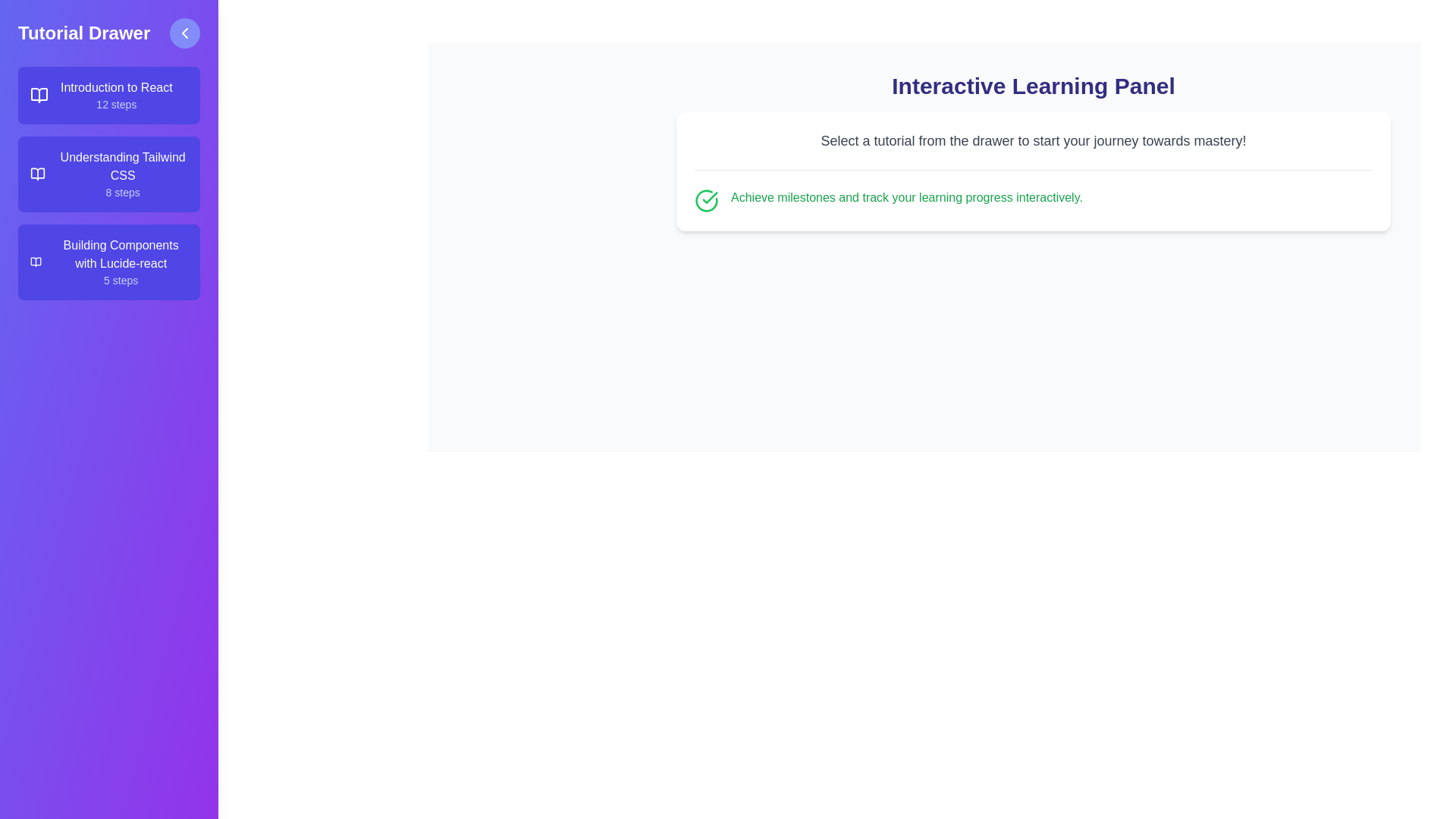 The width and height of the screenshot is (1456, 819). Describe the element at coordinates (108, 262) in the screenshot. I see `the tutorial titled Building Components with Lucide-react from the list` at that location.